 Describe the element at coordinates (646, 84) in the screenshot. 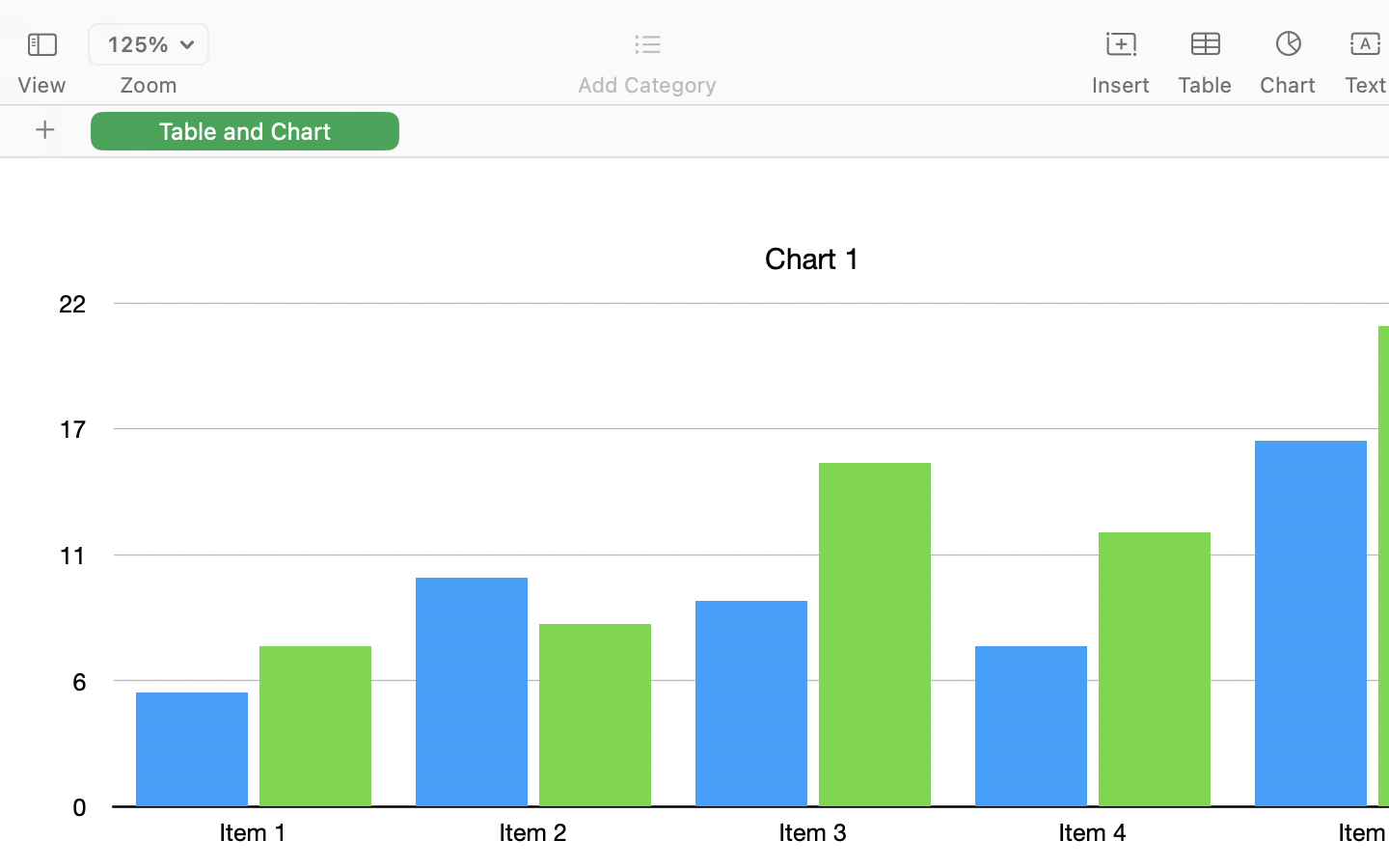

I see `'Add Category'` at that location.